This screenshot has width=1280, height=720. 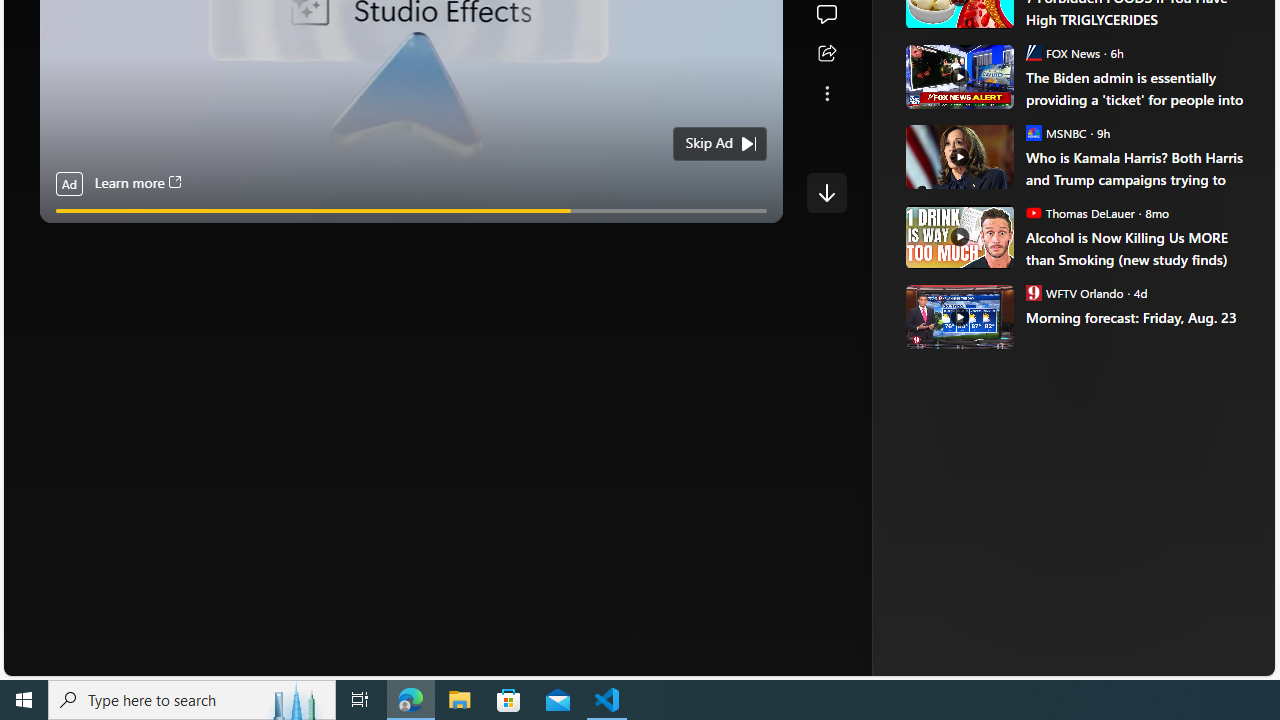 What do you see at coordinates (826, 192) in the screenshot?
I see `'Class: control'` at bounding box center [826, 192].